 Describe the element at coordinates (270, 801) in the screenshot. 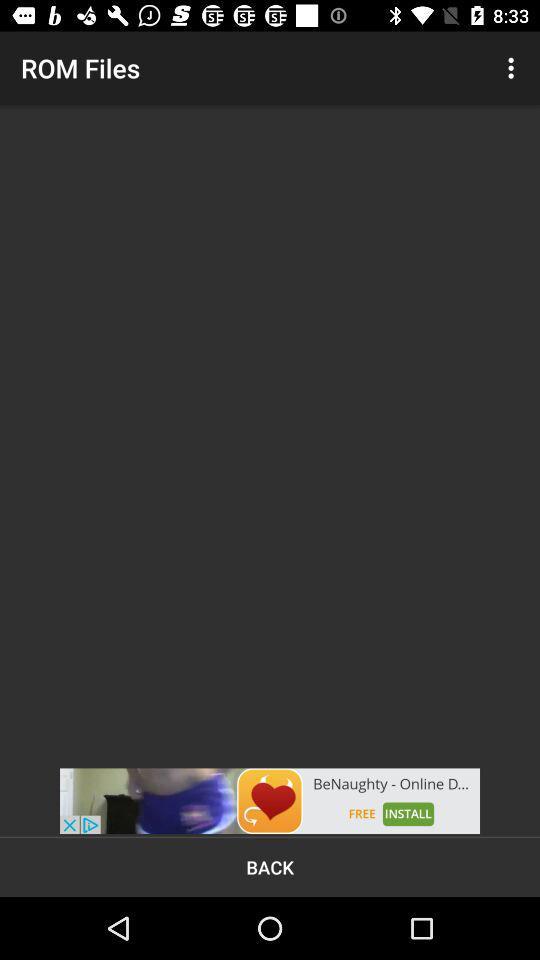

I see `click on benaughty advertisement` at that location.